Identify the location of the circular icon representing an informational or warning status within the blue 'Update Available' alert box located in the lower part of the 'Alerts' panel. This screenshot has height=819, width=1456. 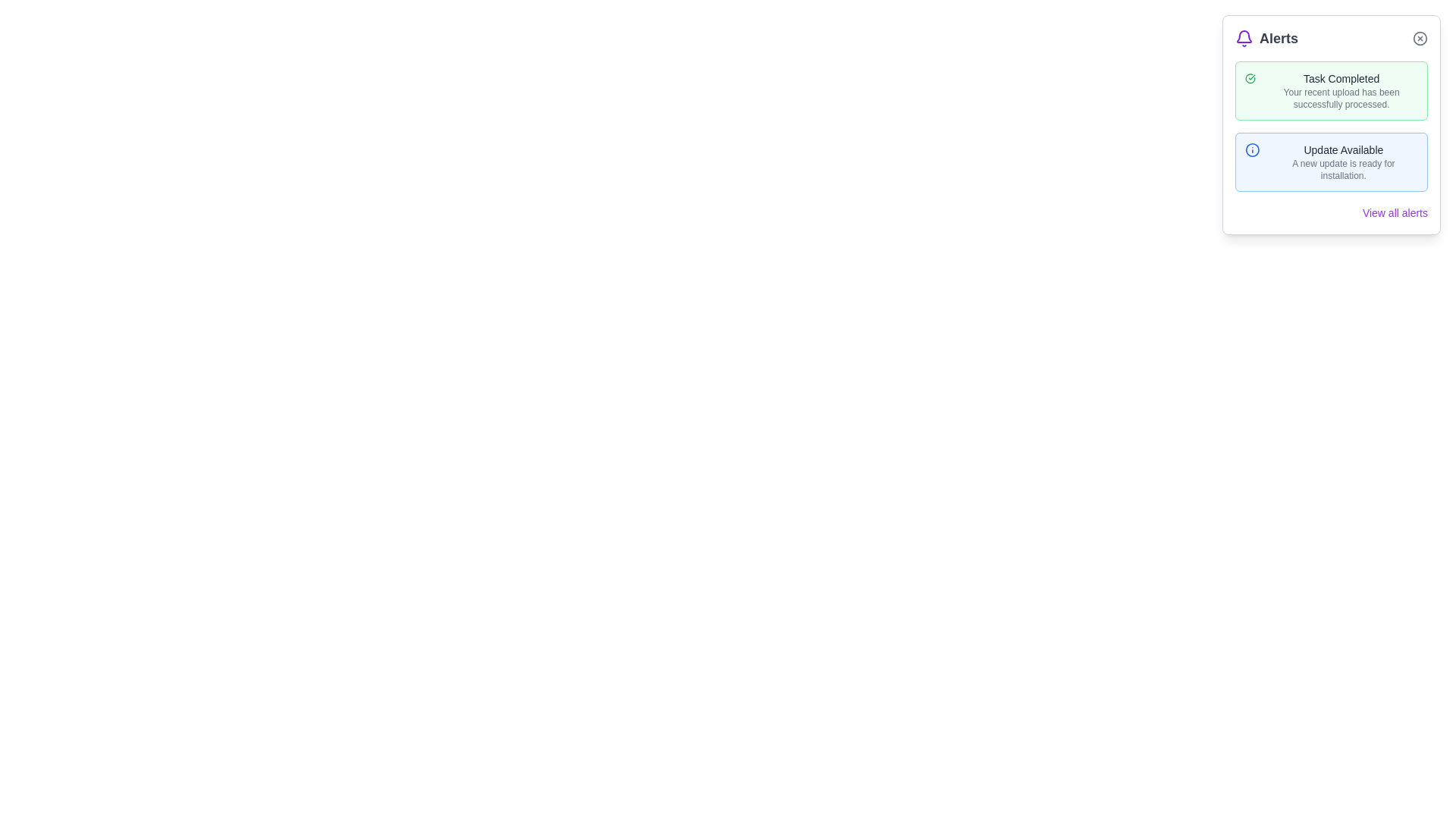
(1252, 149).